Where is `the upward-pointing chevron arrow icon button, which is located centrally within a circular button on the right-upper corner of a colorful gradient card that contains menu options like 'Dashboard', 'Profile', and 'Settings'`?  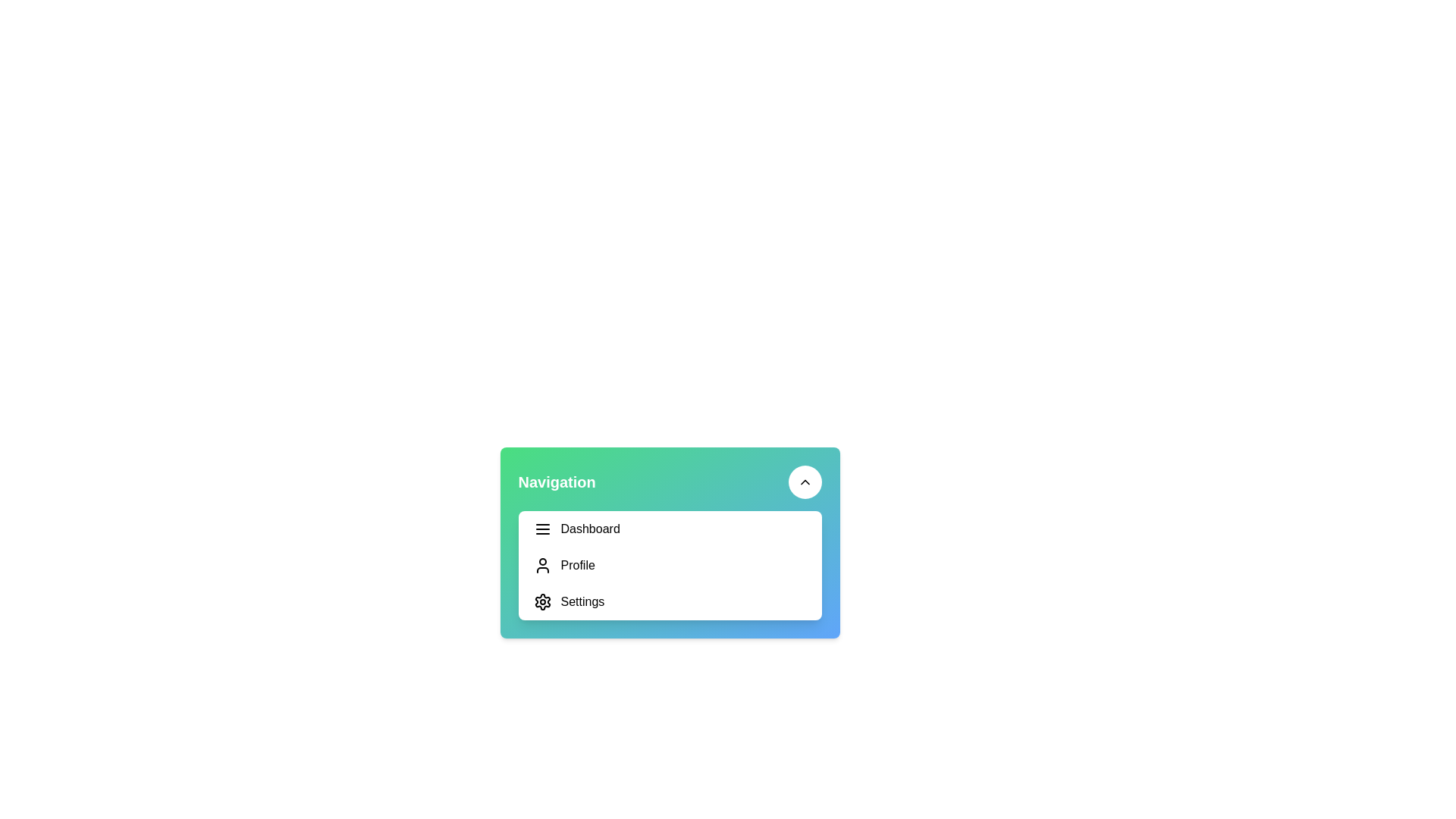
the upward-pointing chevron arrow icon button, which is located centrally within a circular button on the right-upper corner of a colorful gradient card that contains menu options like 'Dashboard', 'Profile', and 'Settings' is located at coordinates (804, 482).